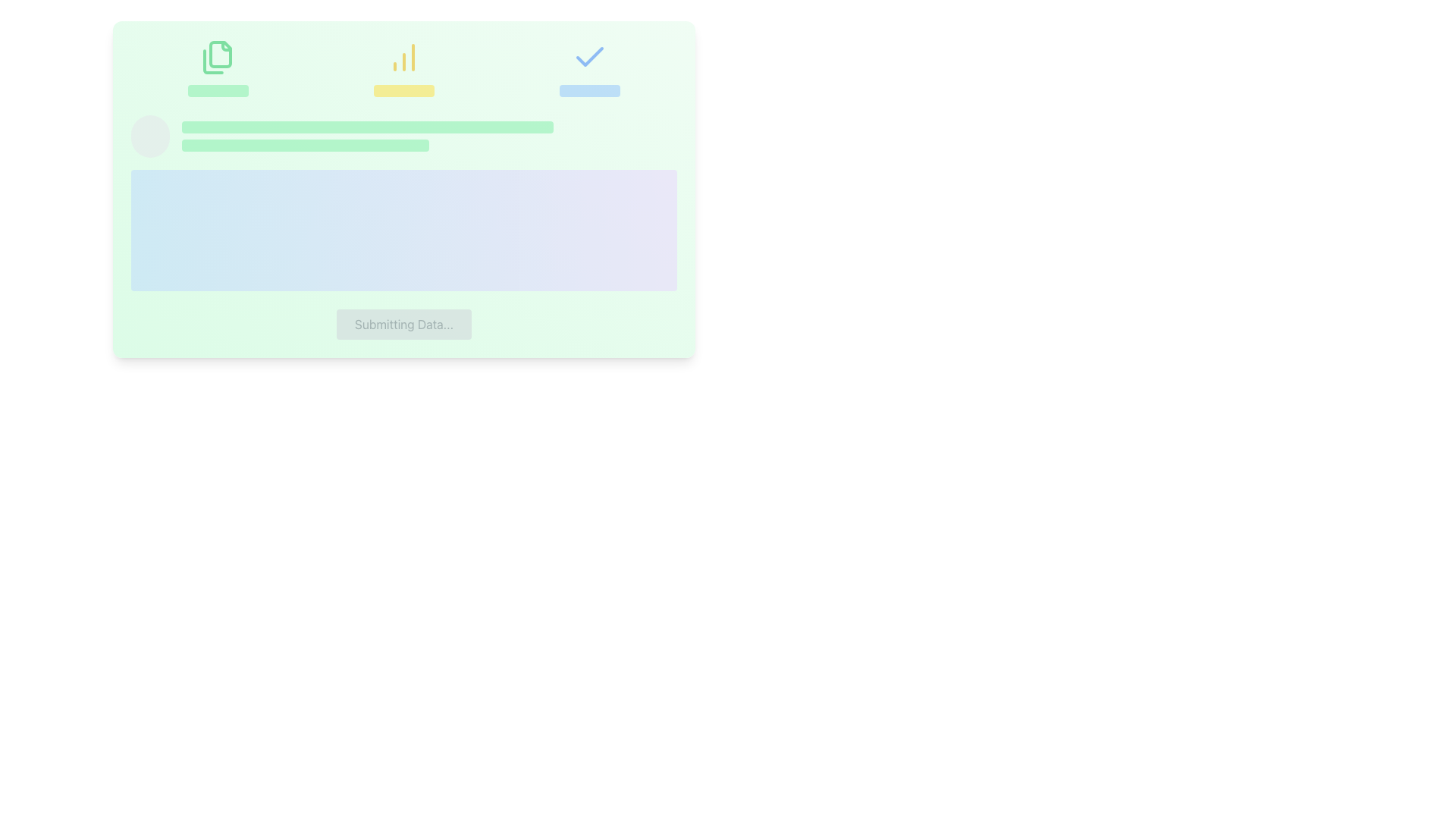 The height and width of the screenshot is (819, 1456). What do you see at coordinates (589, 90) in the screenshot?
I see `the Placeholder Bar, a rectangular bar with rounded corners, filled with light blue color, located near the top right section of the interface below a checkmark icon` at bounding box center [589, 90].